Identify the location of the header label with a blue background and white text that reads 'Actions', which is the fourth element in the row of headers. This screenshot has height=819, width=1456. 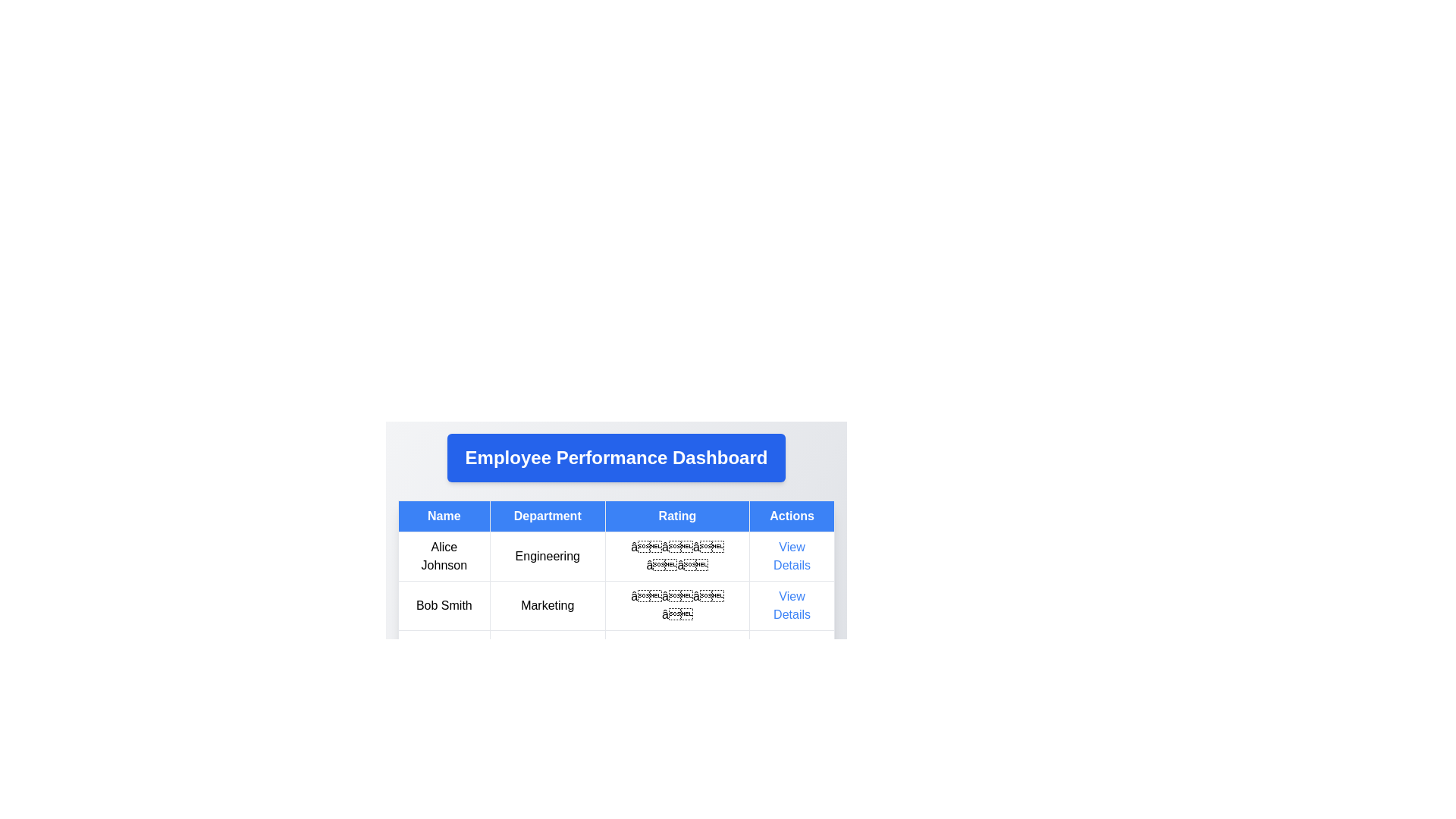
(791, 516).